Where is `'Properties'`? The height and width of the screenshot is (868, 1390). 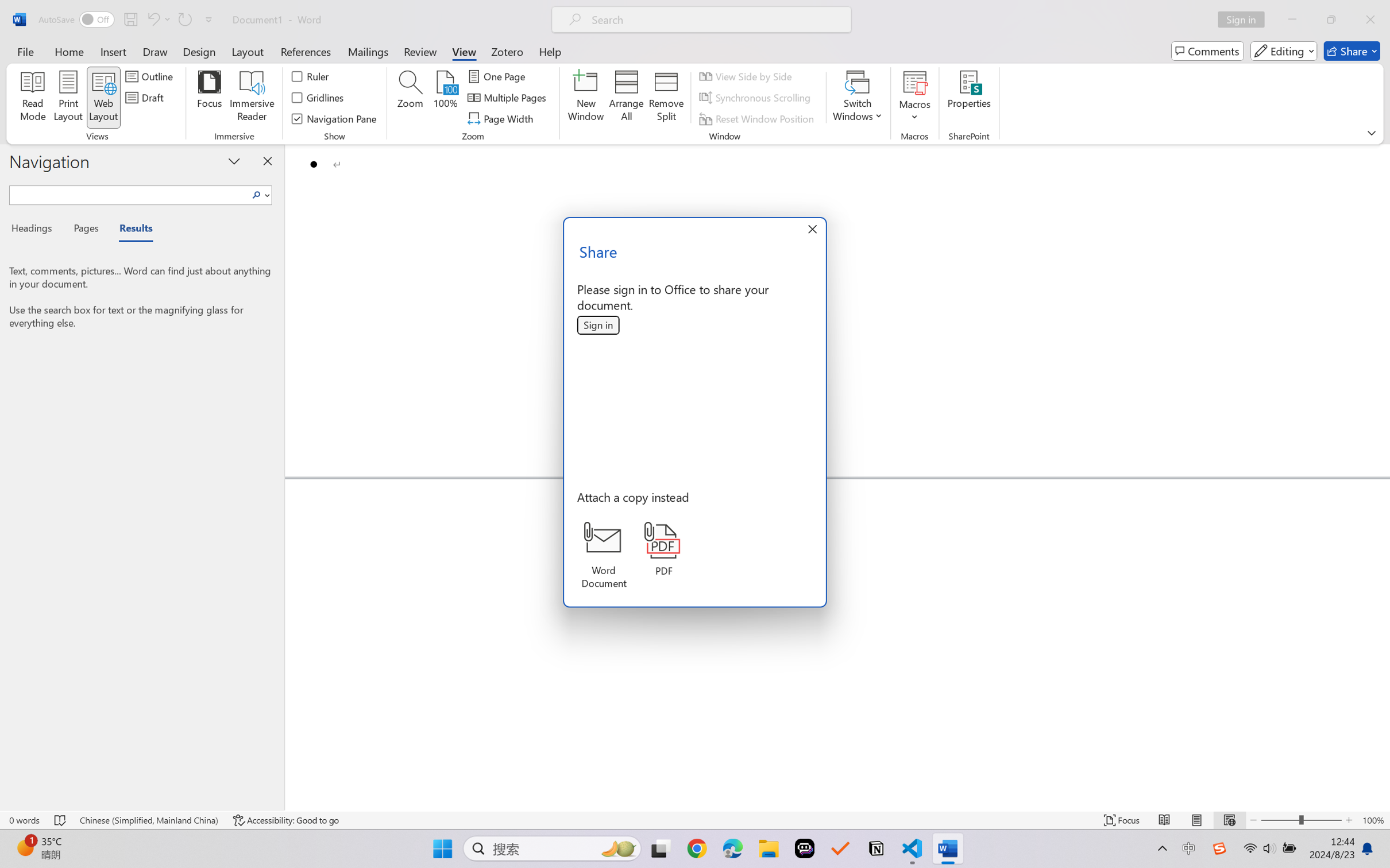
'Properties' is located at coordinates (968, 98).